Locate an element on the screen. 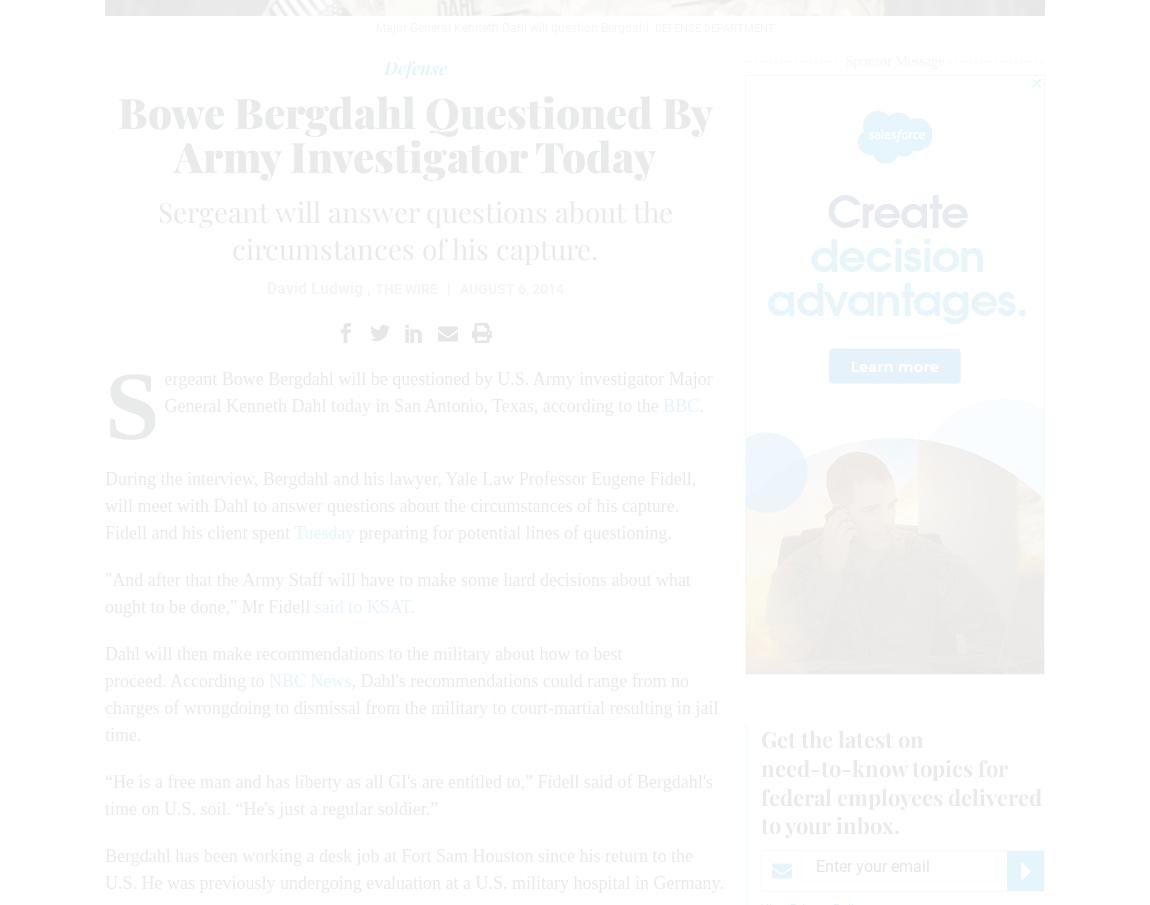 This screenshot has width=1150, height=905. 'The Wire' is located at coordinates (405, 288).